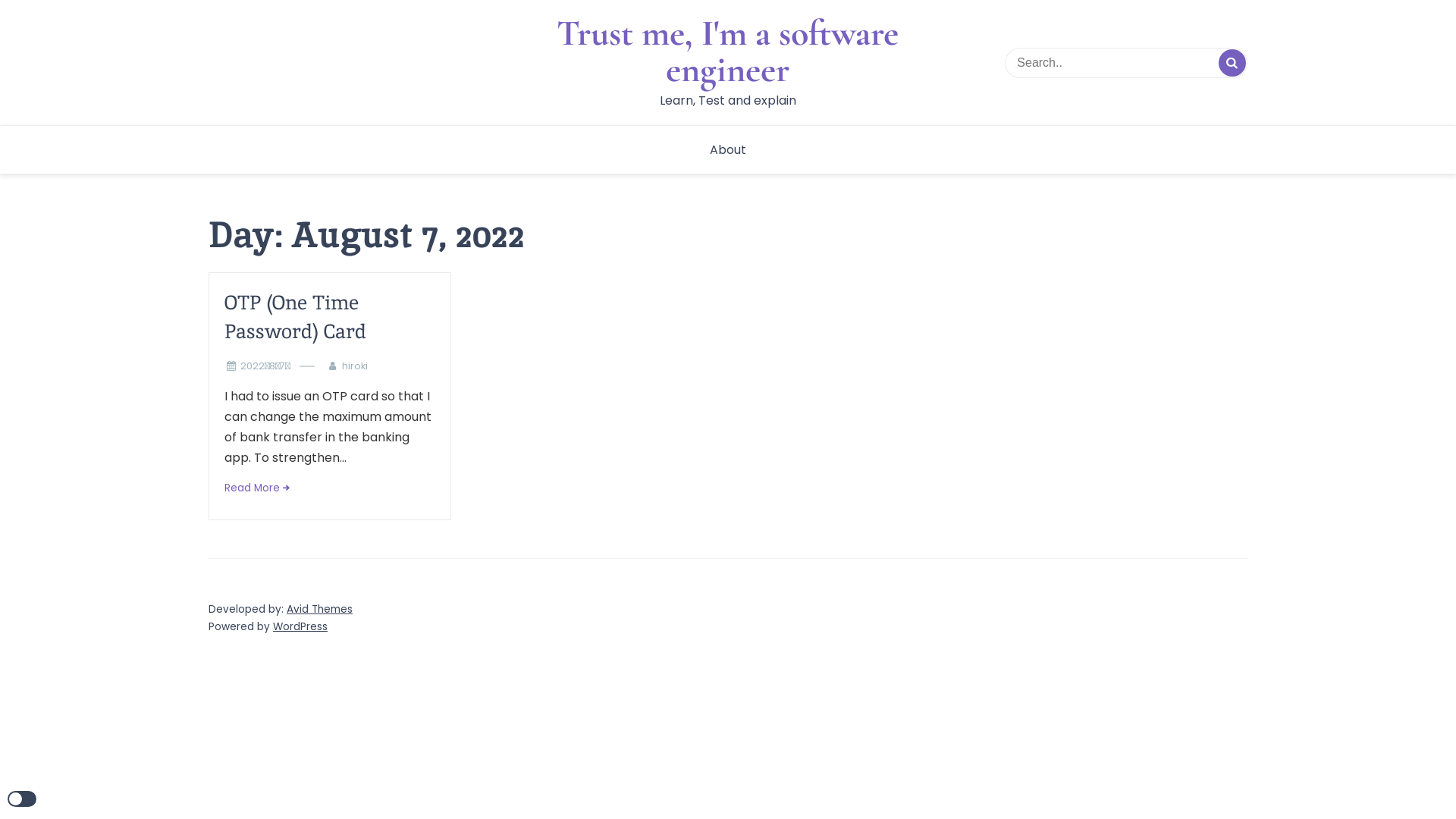 This screenshot has height=819, width=1456. Describe the element at coordinates (318, 608) in the screenshot. I see `'Avid Themes'` at that location.